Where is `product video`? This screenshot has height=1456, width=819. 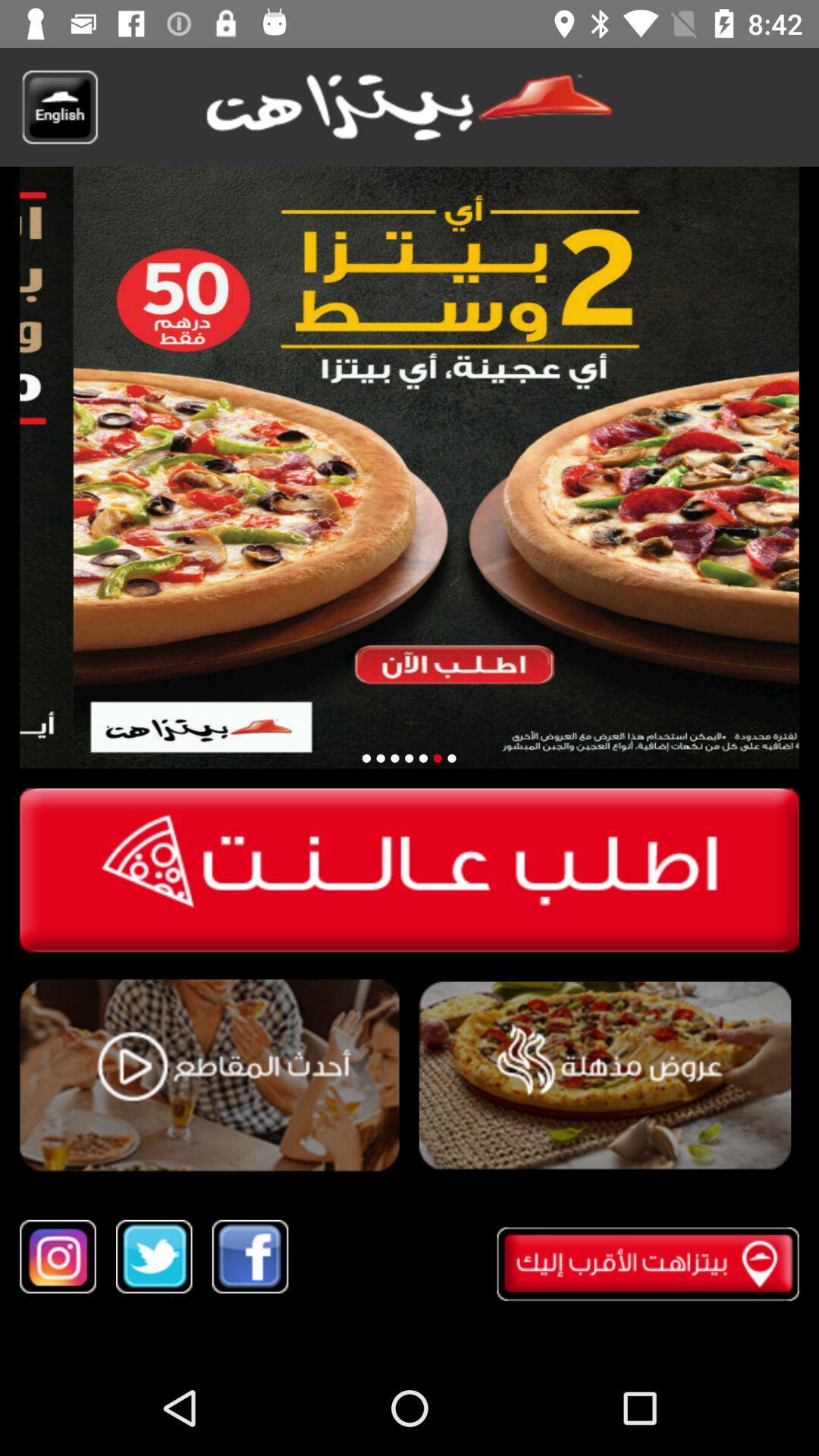
product video is located at coordinates (209, 1075).